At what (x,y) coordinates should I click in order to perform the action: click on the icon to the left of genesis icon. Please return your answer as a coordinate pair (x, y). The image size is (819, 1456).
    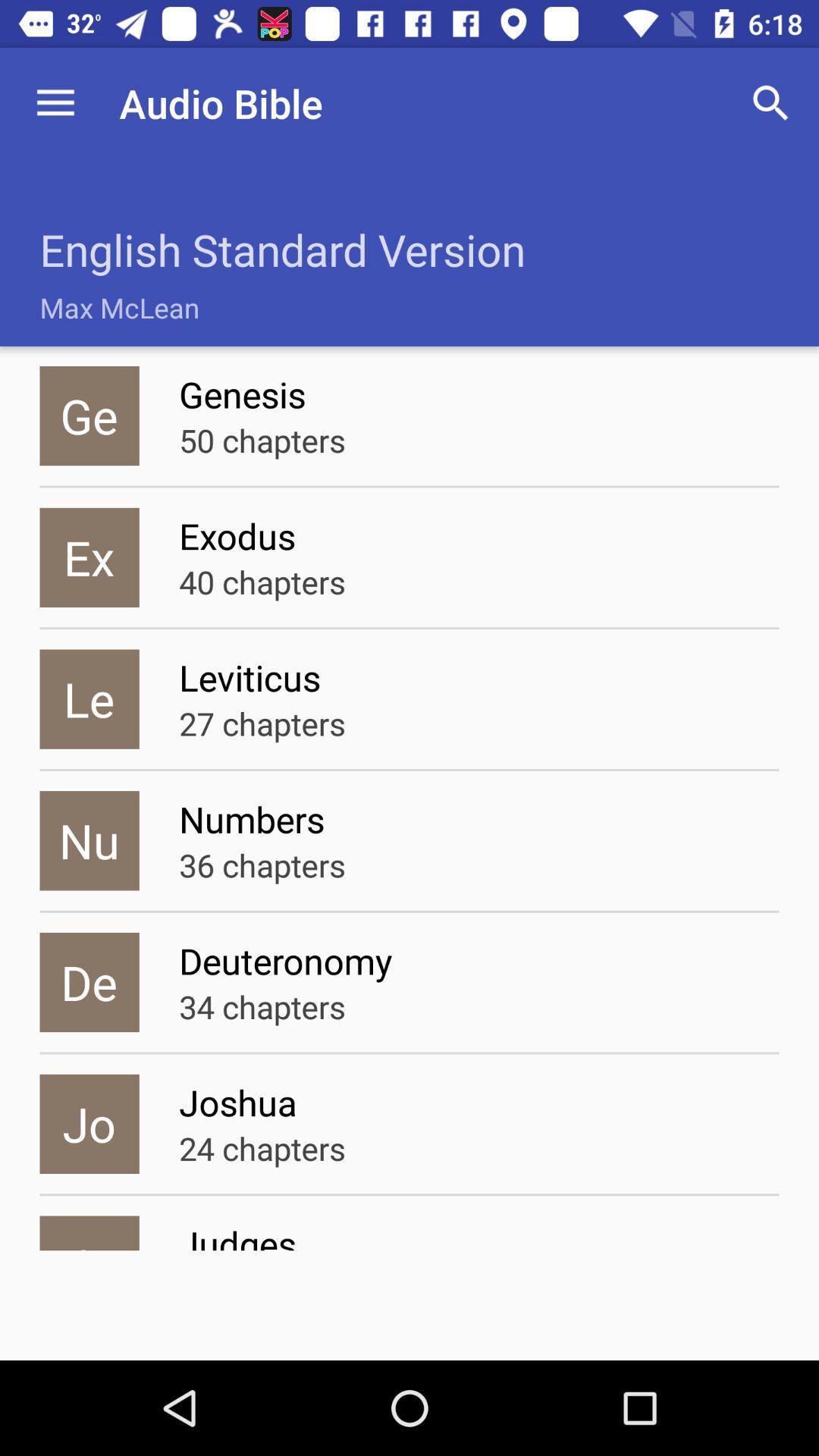
    Looking at the image, I should click on (89, 416).